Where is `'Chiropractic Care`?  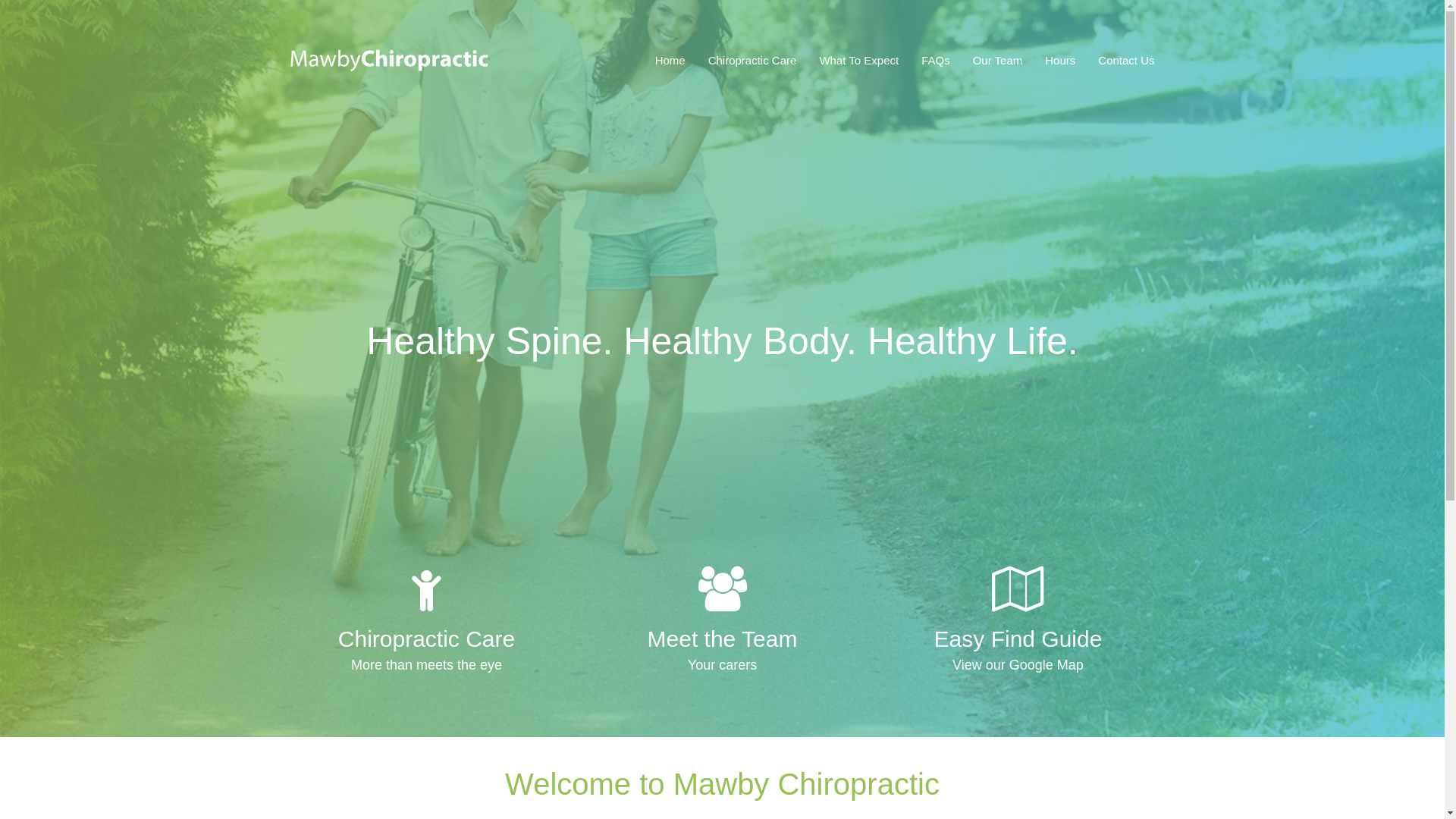 'Chiropractic Care is located at coordinates (425, 622).